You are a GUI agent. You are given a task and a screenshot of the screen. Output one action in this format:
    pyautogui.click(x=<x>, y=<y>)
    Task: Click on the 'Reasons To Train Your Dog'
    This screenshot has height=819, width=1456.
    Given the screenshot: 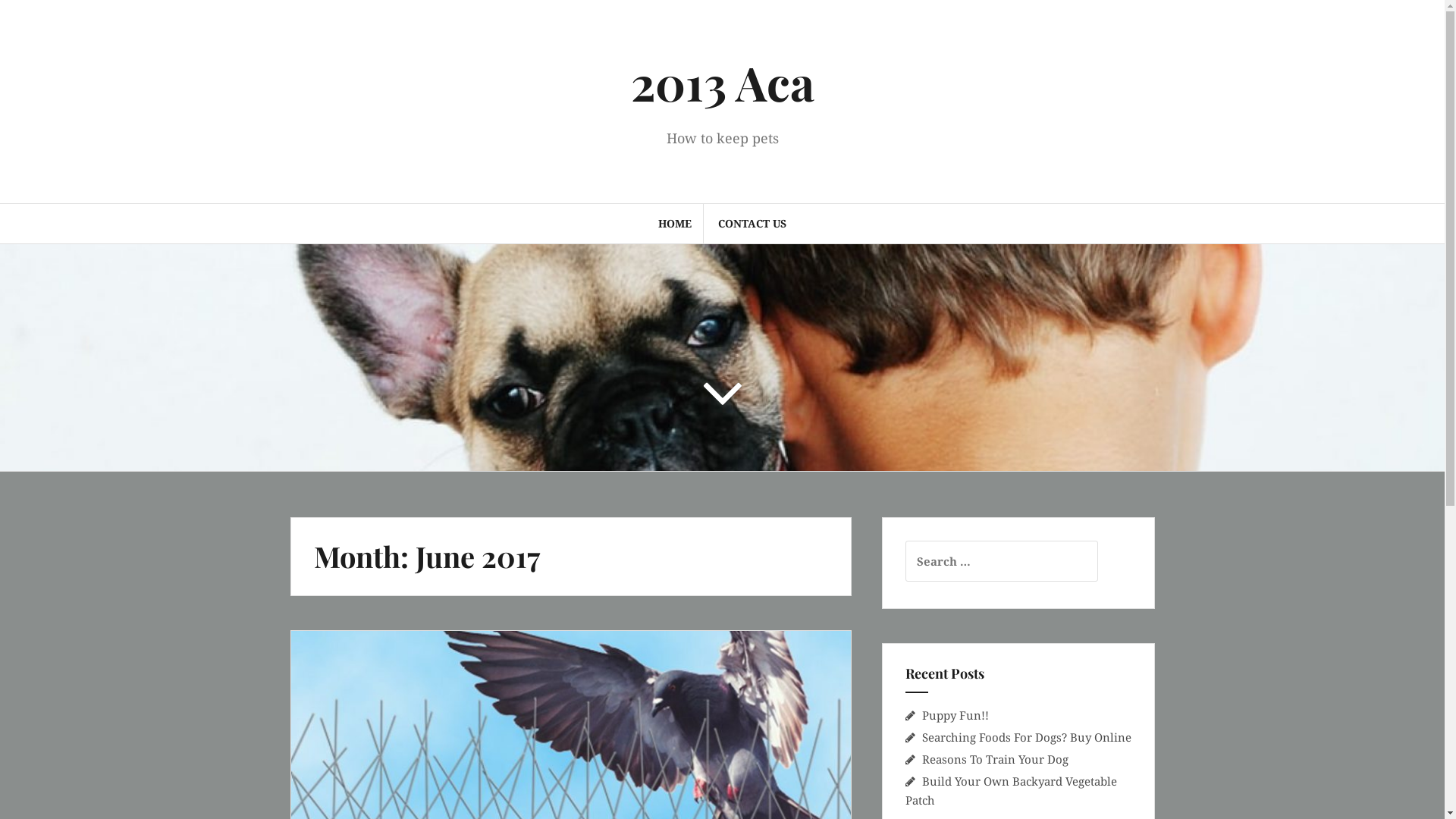 What is the action you would take?
    pyautogui.click(x=995, y=759)
    